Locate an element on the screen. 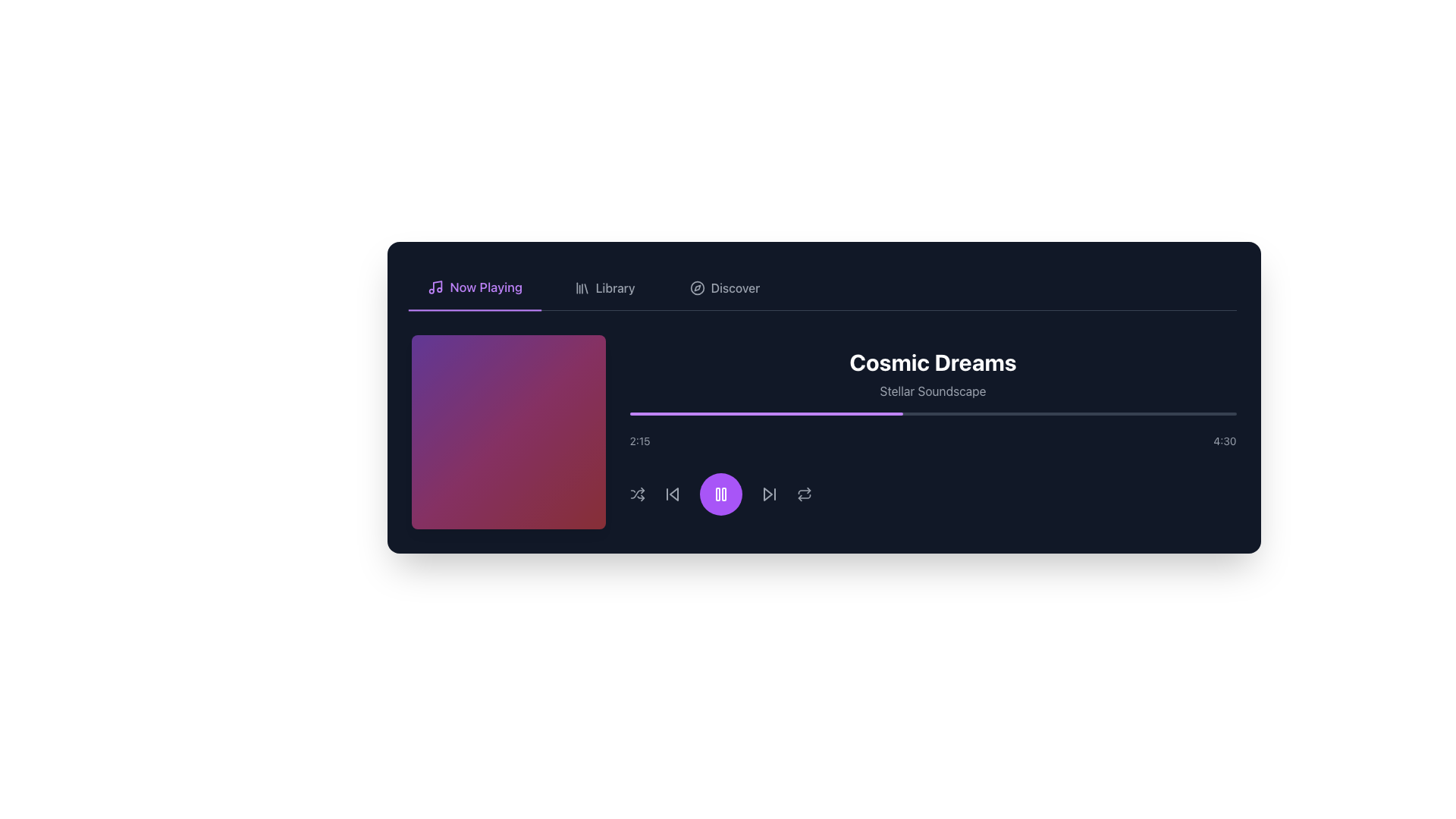 The image size is (1456, 819). the subtitle text label located directly below the 'Cosmic Dreams' title, providing additional descriptive information about the media is located at coordinates (932, 391).